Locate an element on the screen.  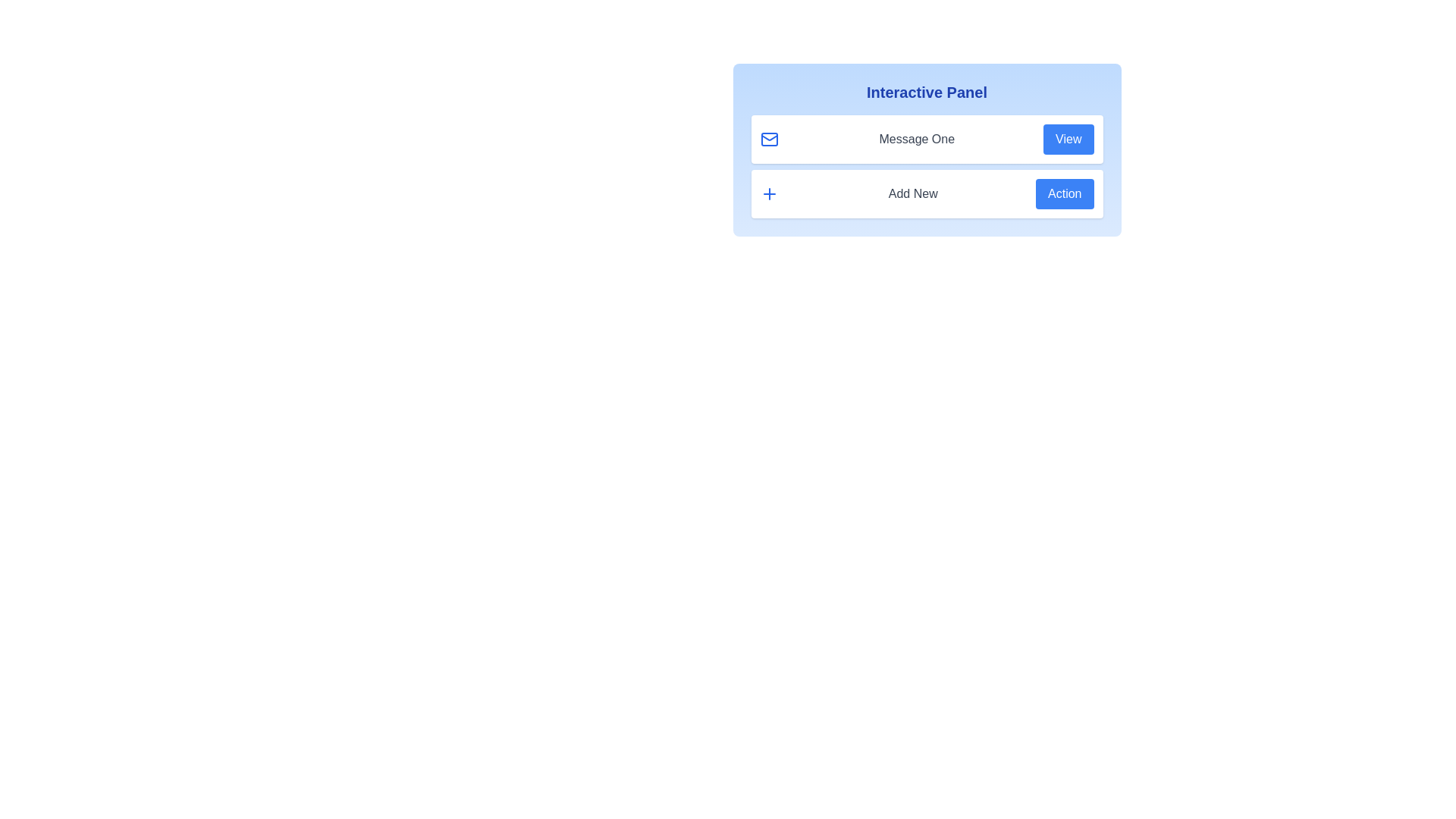
the 'View' button associated with 'Message One' is located at coordinates (1068, 140).